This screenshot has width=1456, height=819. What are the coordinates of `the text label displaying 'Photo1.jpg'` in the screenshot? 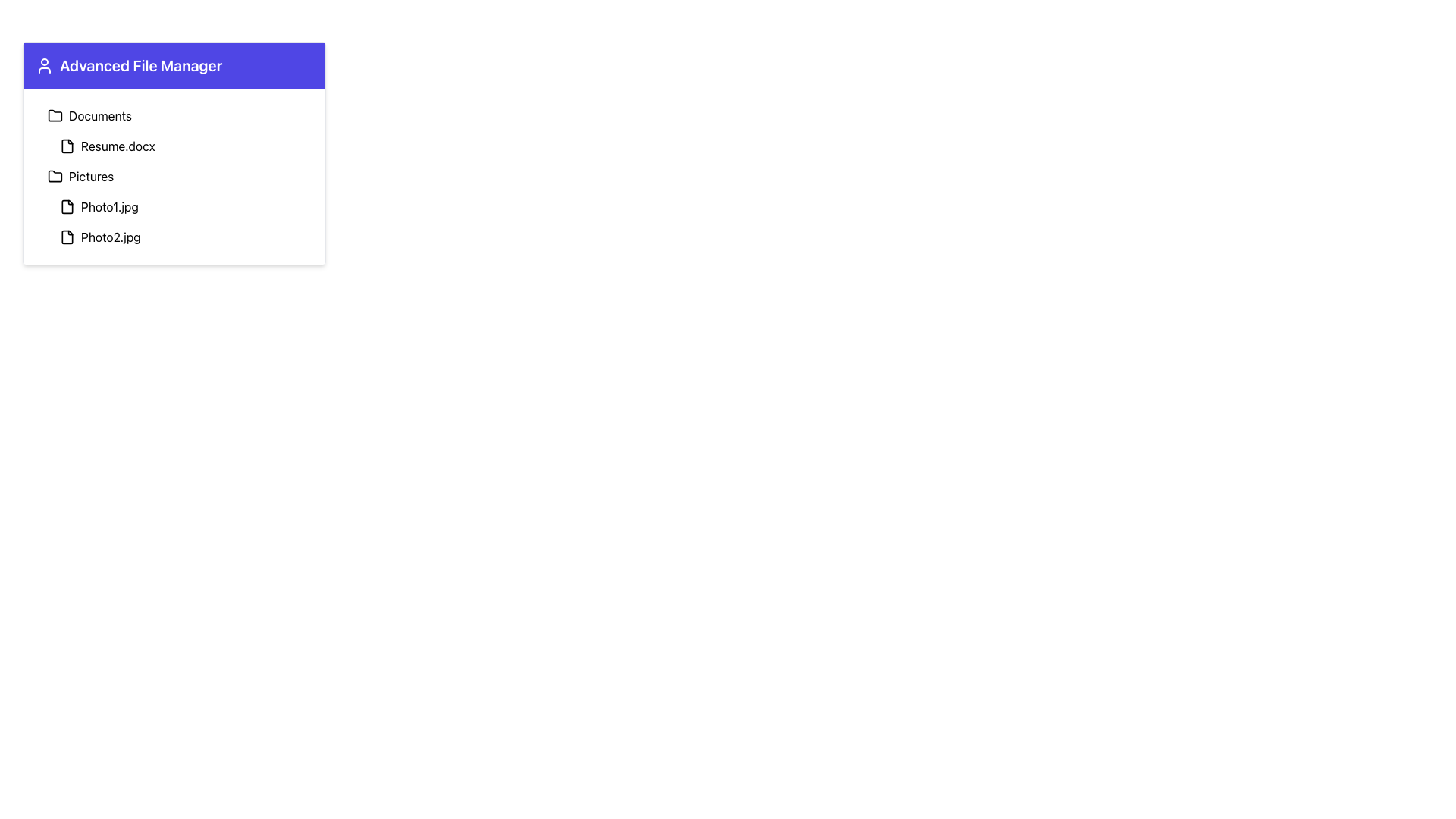 It's located at (108, 207).